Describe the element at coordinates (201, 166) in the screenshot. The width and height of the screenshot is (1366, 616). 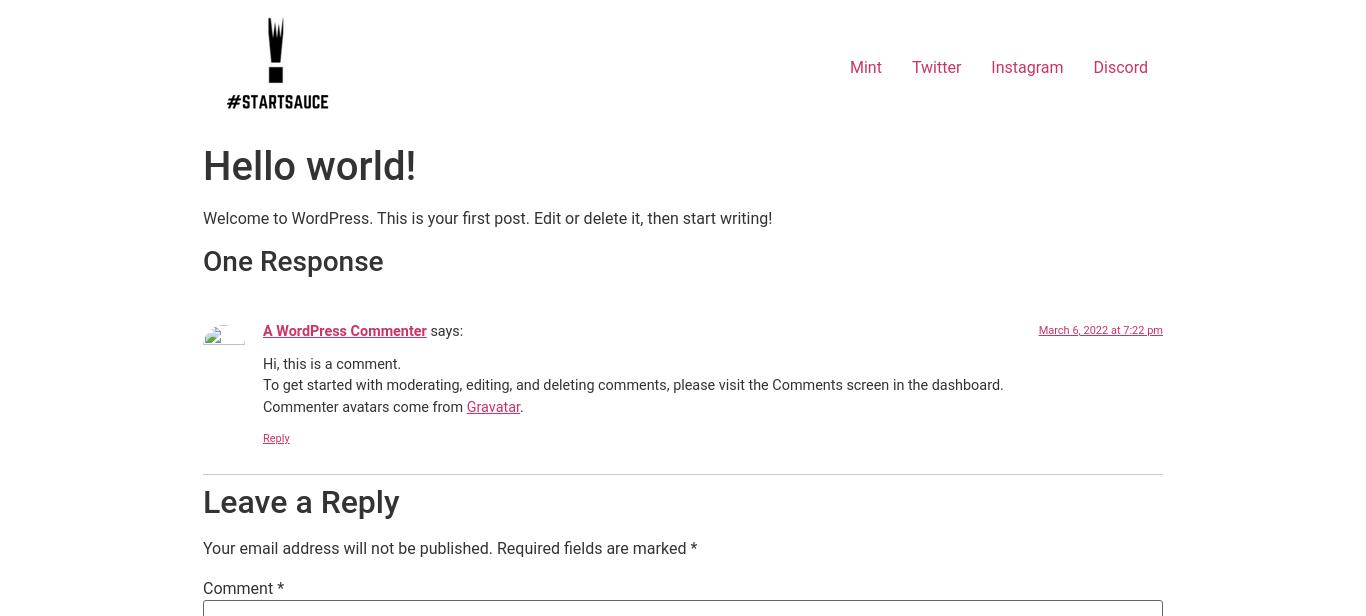
I see `'Hello world!'` at that location.